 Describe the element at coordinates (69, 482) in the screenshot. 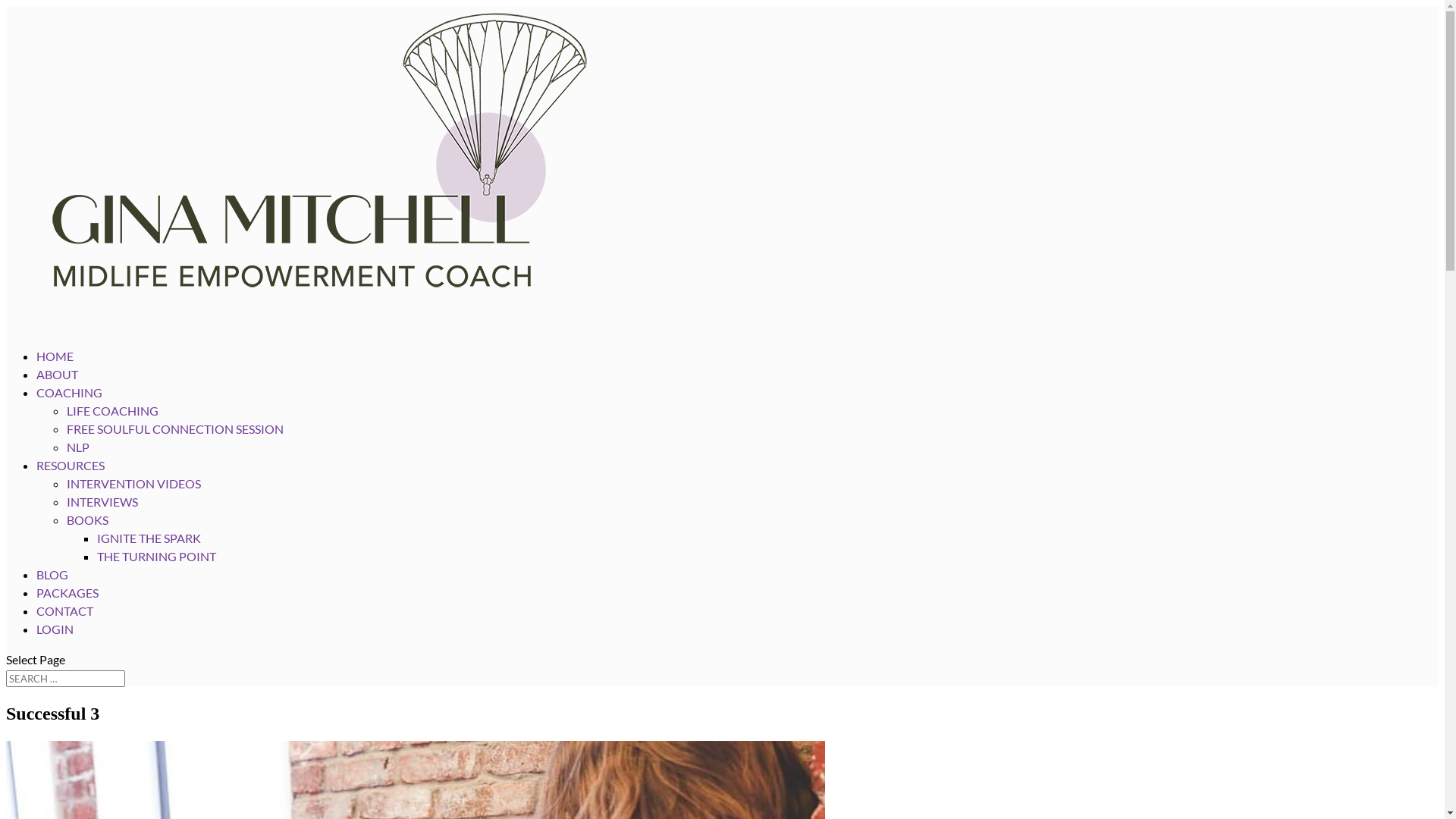

I see `'RESOURCES'` at that location.